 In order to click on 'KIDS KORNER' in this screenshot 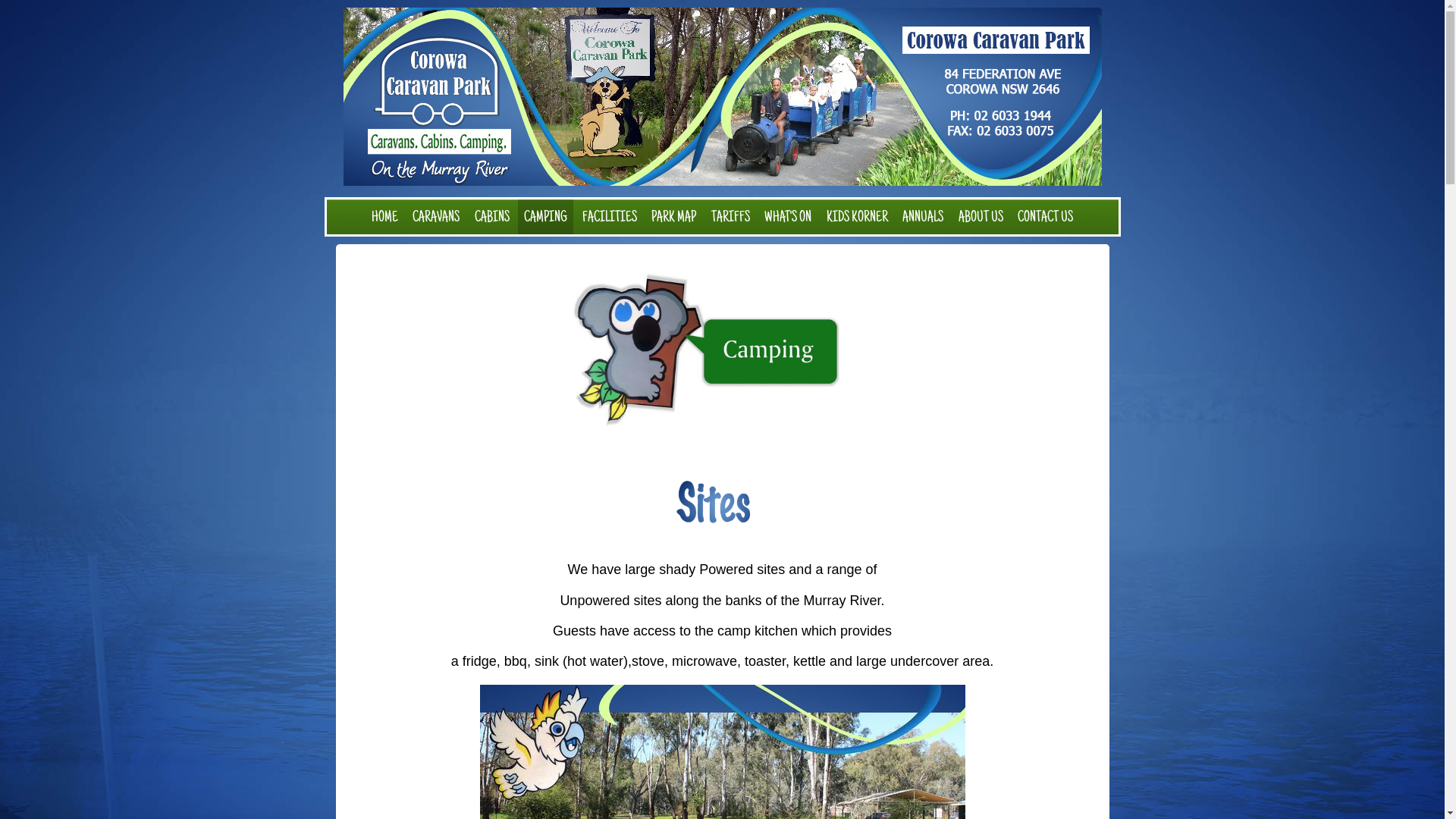, I will do `click(857, 217)`.